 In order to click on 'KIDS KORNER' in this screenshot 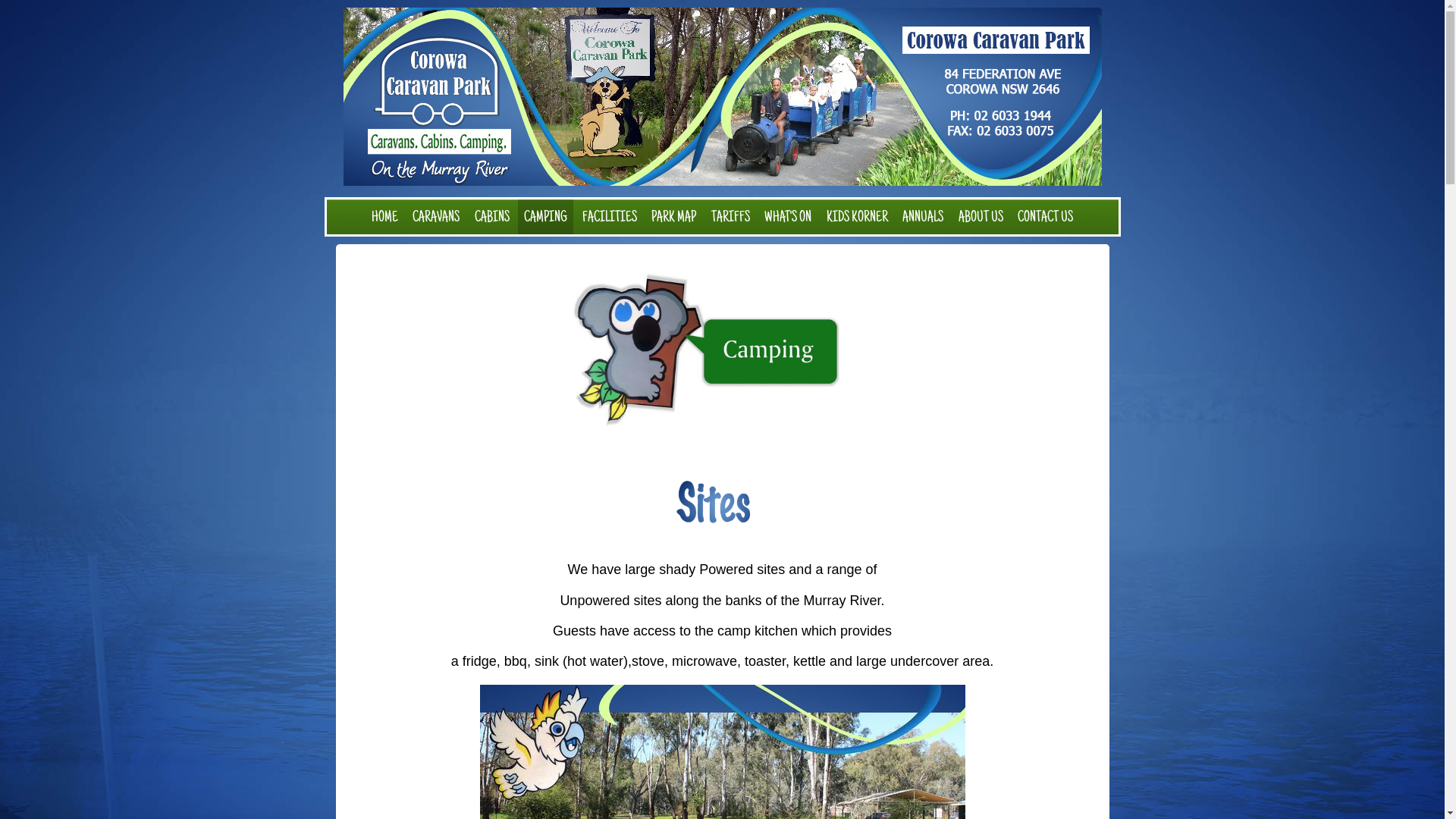, I will do `click(857, 217)`.